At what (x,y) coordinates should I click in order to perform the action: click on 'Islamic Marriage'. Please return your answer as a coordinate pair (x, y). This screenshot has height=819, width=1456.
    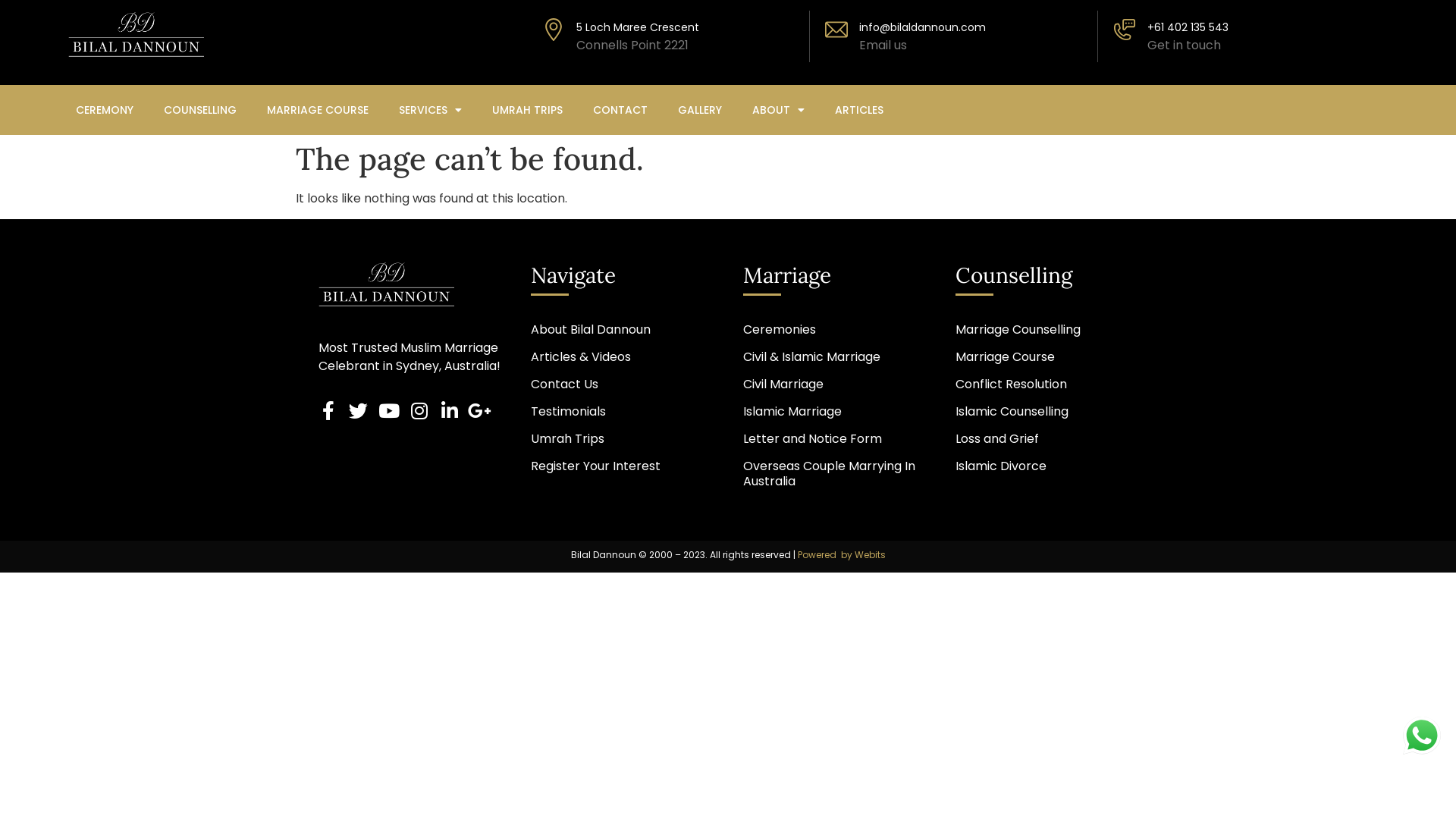
    Looking at the image, I should click on (742, 412).